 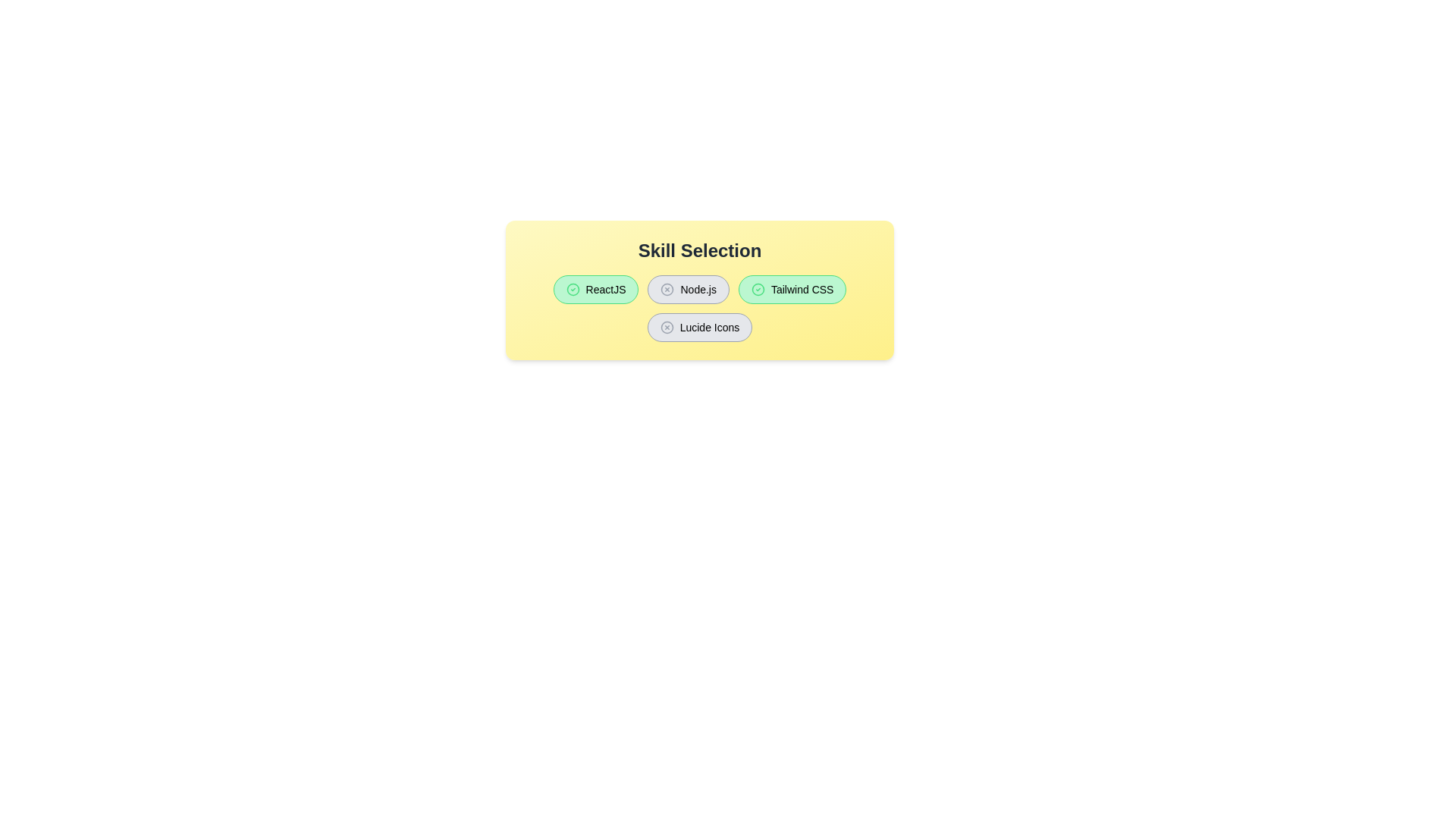 I want to click on the button labeled Lucide Icons to observe the hover effect, so click(x=698, y=327).